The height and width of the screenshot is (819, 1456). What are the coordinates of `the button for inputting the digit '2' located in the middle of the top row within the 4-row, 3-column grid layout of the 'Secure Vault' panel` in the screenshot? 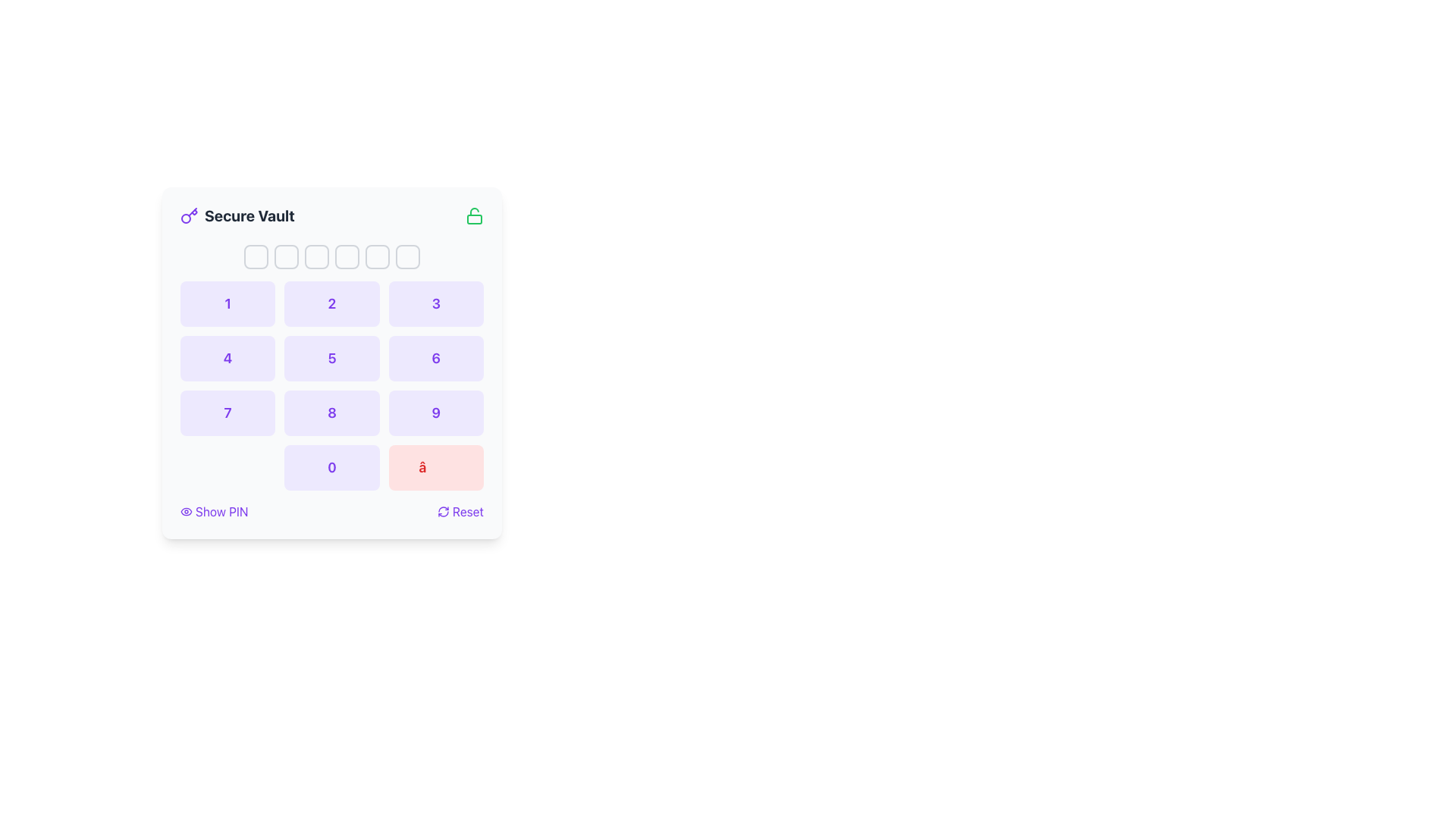 It's located at (331, 304).